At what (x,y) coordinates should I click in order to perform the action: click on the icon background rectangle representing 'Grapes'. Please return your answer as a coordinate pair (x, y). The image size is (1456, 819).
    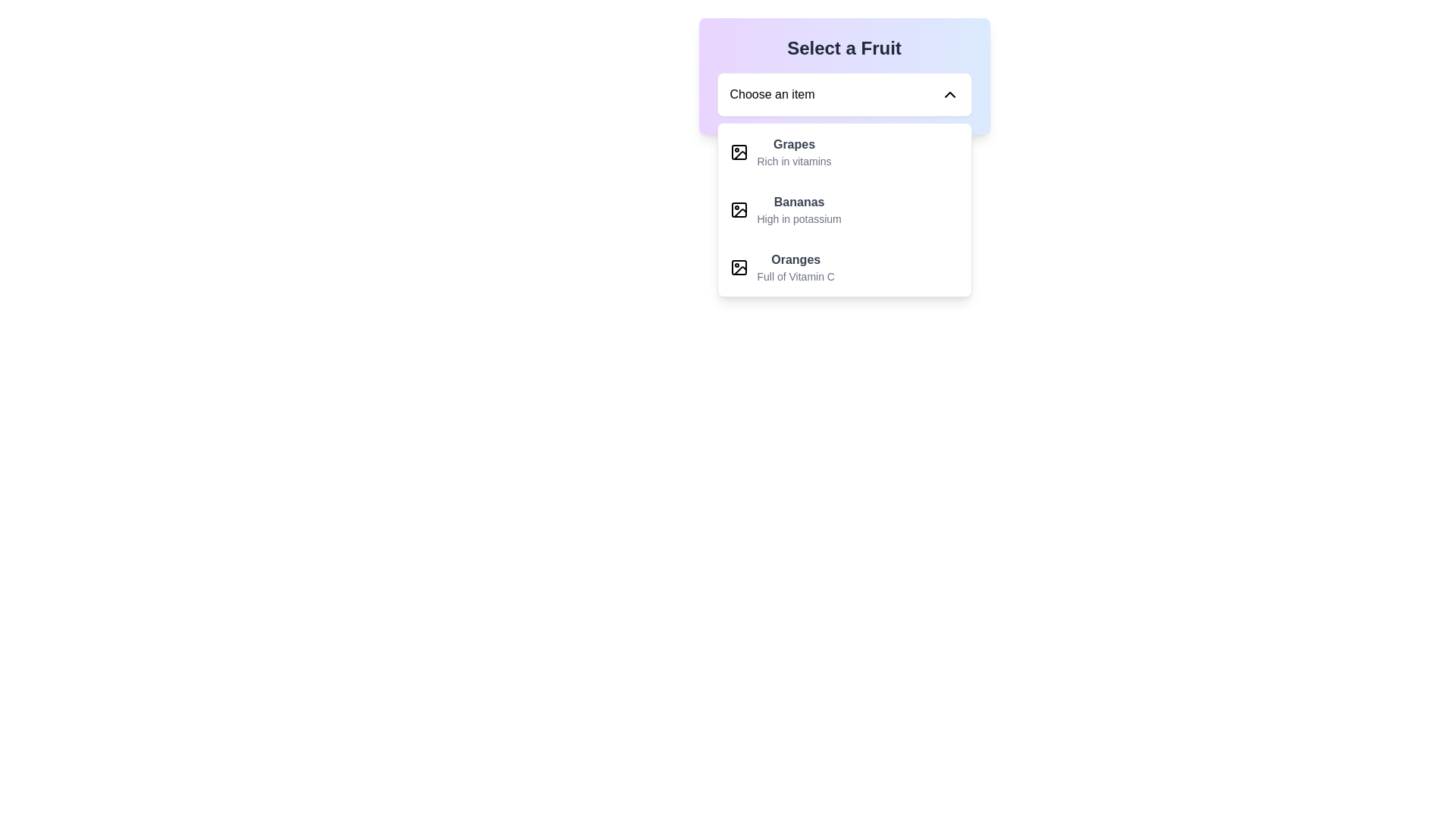
    Looking at the image, I should click on (739, 152).